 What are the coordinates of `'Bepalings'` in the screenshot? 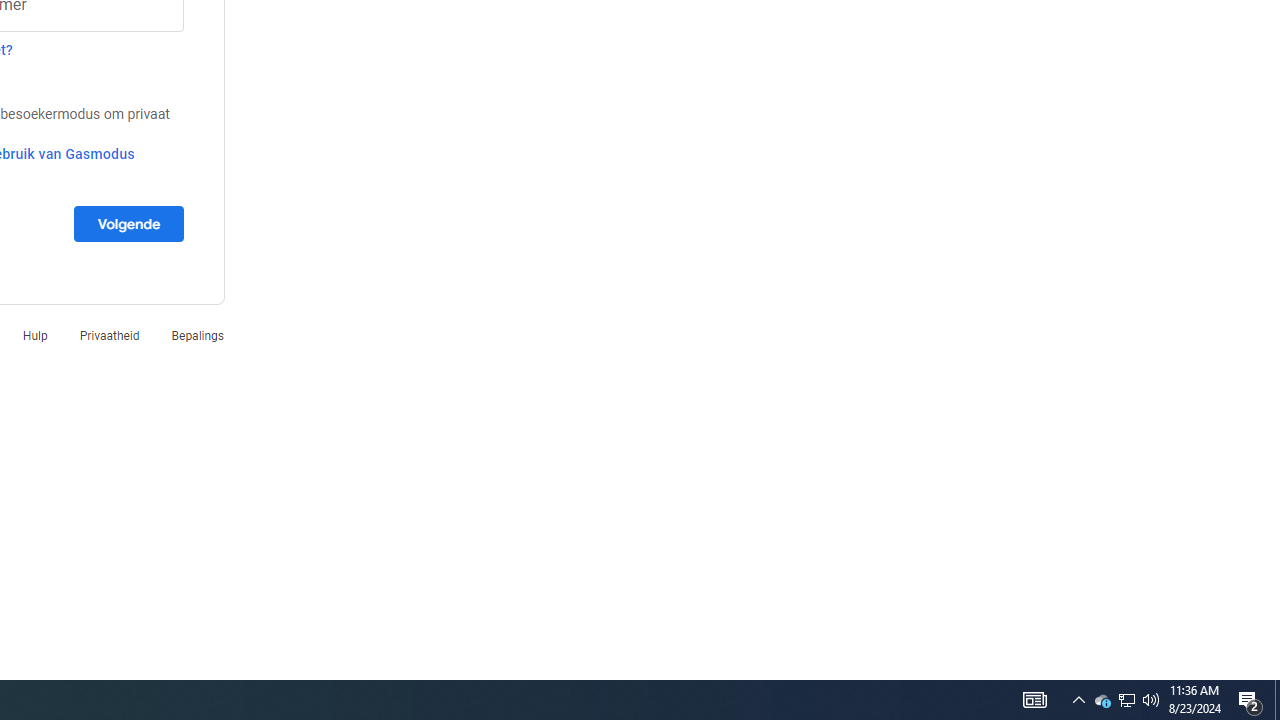 It's located at (197, 334).